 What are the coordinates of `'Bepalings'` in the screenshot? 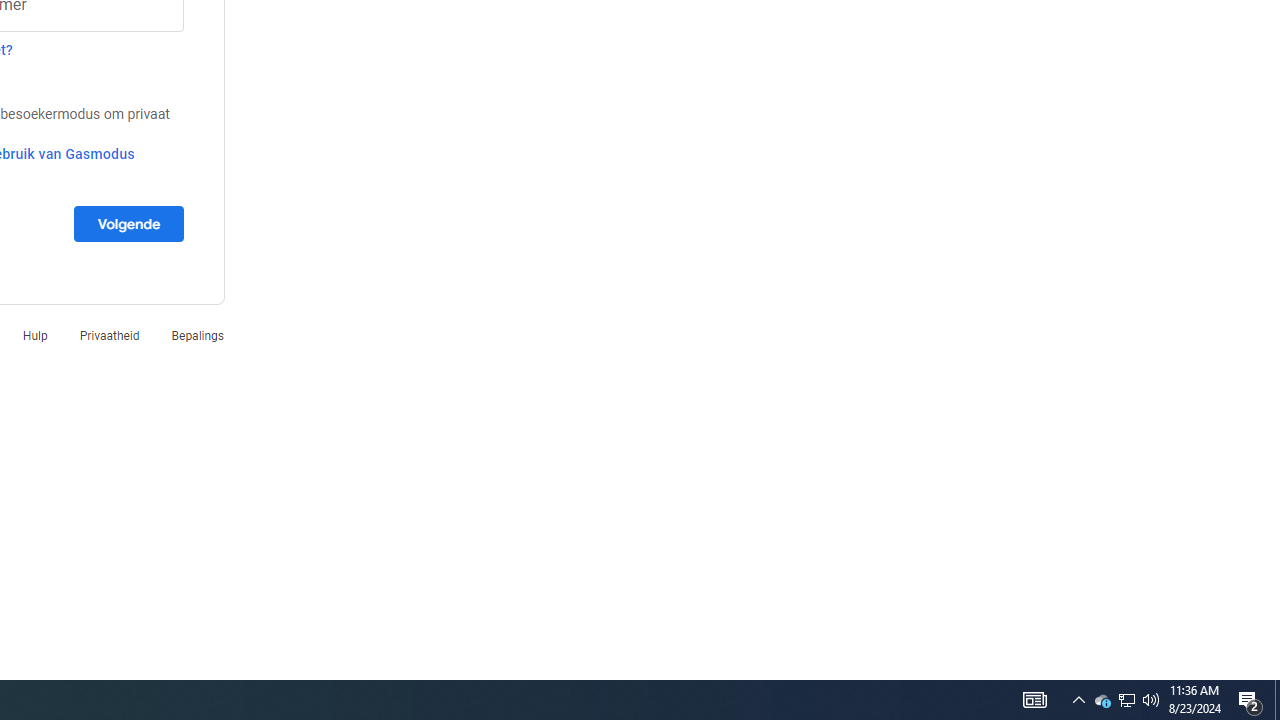 It's located at (197, 334).